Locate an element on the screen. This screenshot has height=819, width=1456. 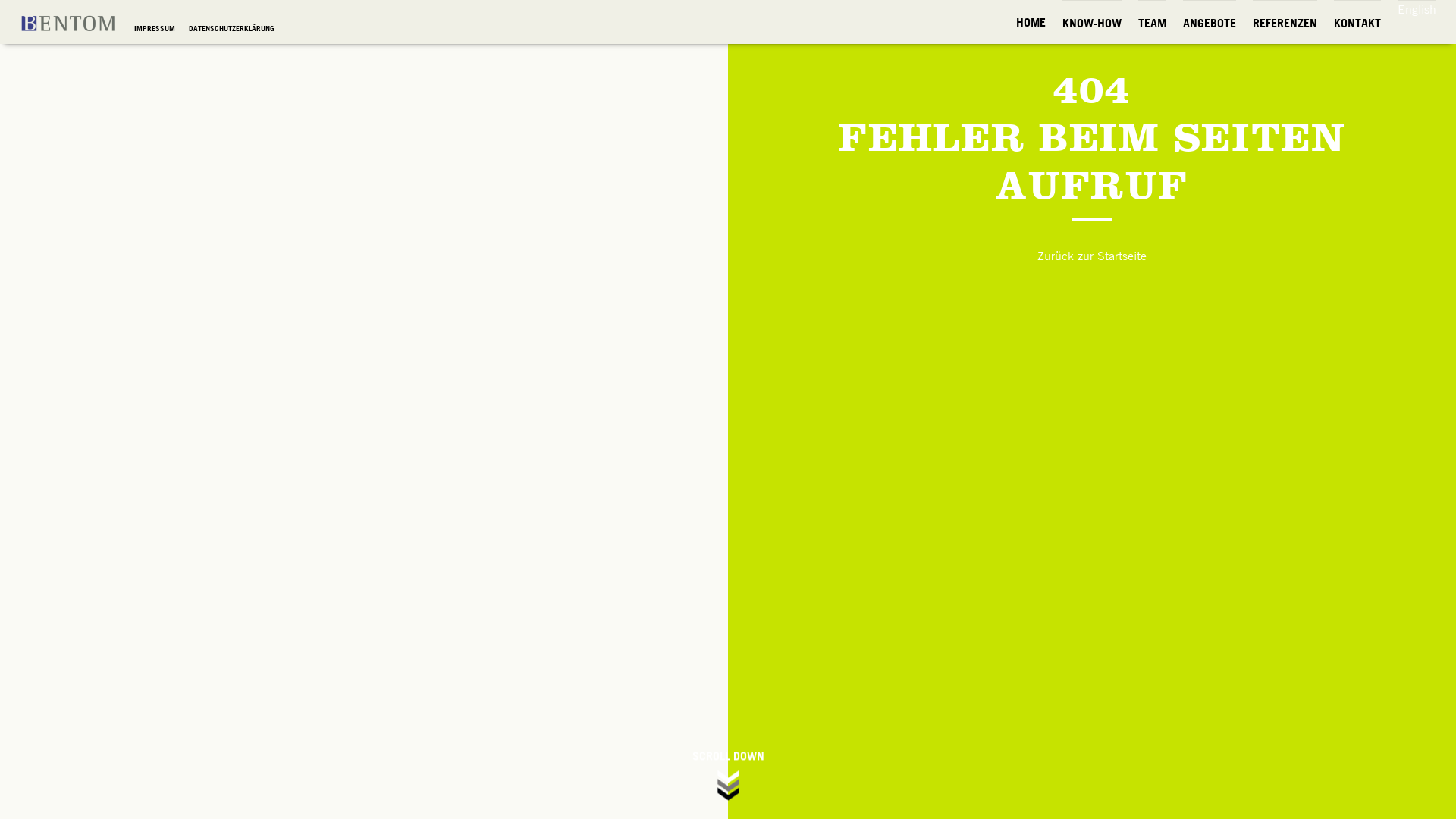
'HOME' is located at coordinates (1031, 22).